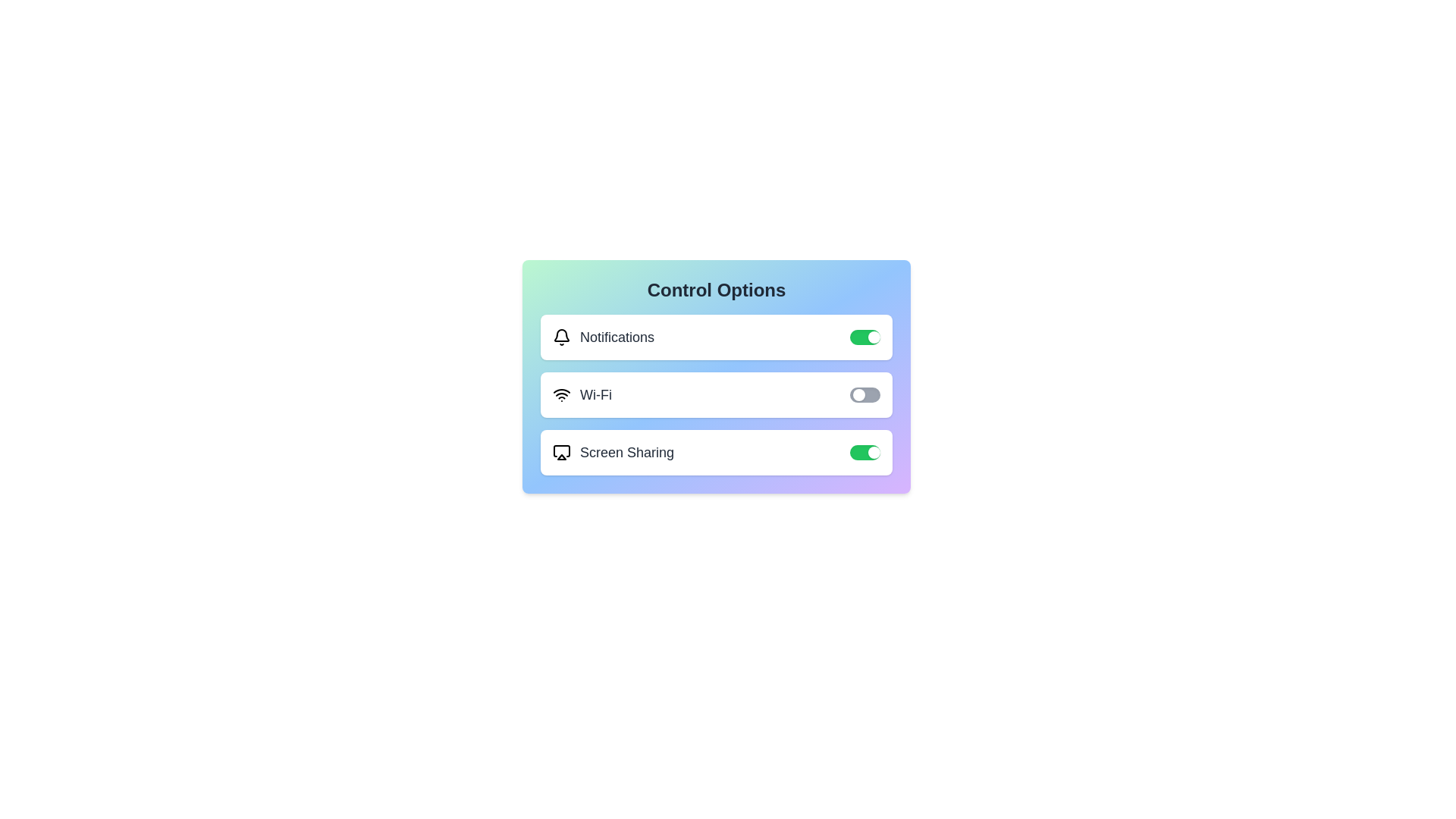 Image resolution: width=1456 pixels, height=819 pixels. I want to click on the switch corresponding to Screen Sharing, so click(865, 452).